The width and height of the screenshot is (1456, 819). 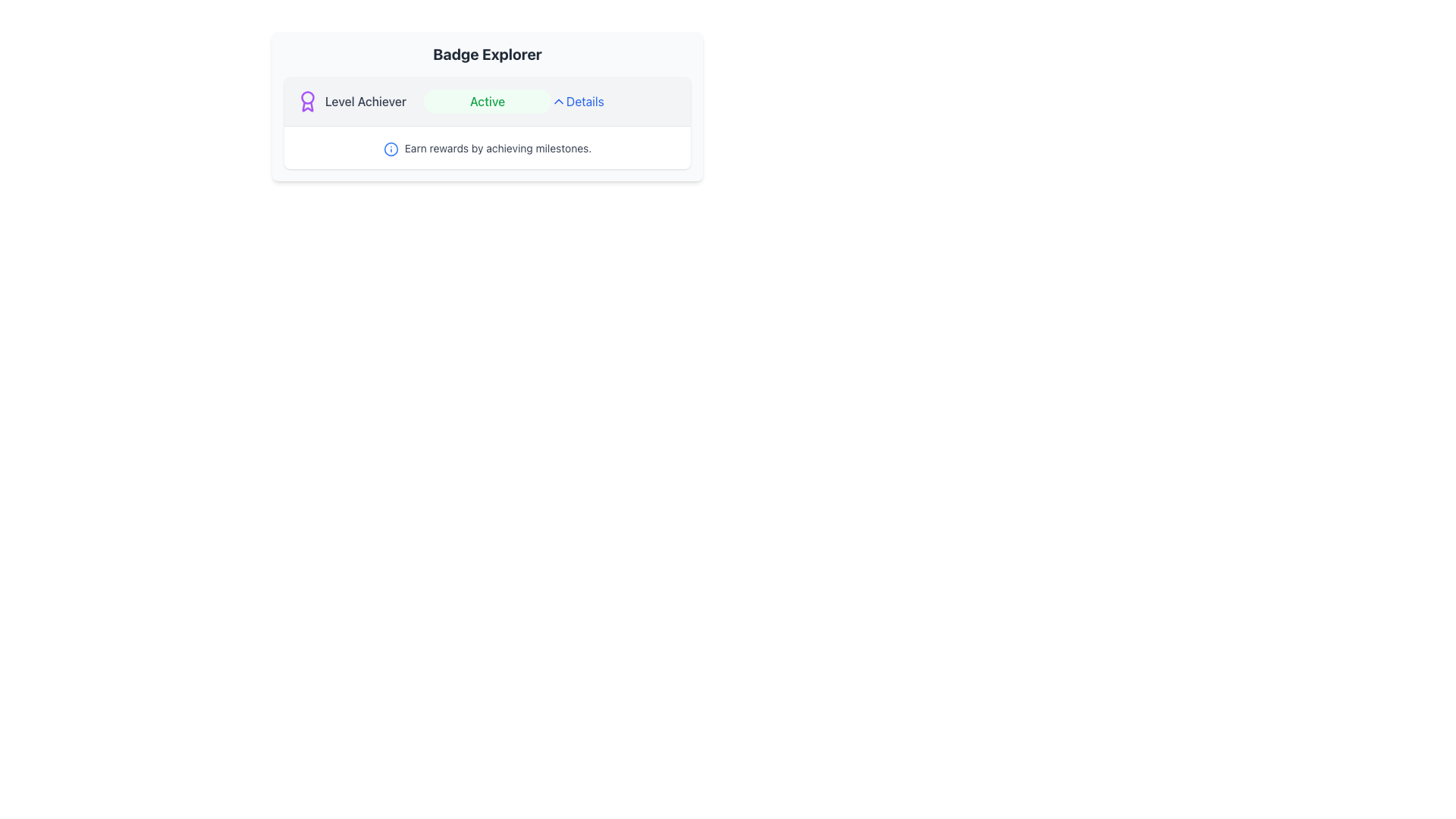 I want to click on informational text 'Earn rewards by achieving milestones.' located at the bottom of the 'Badge Explorer' card, which is centered horizontally and features a blue information icon to its left, so click(x=488, y=147).